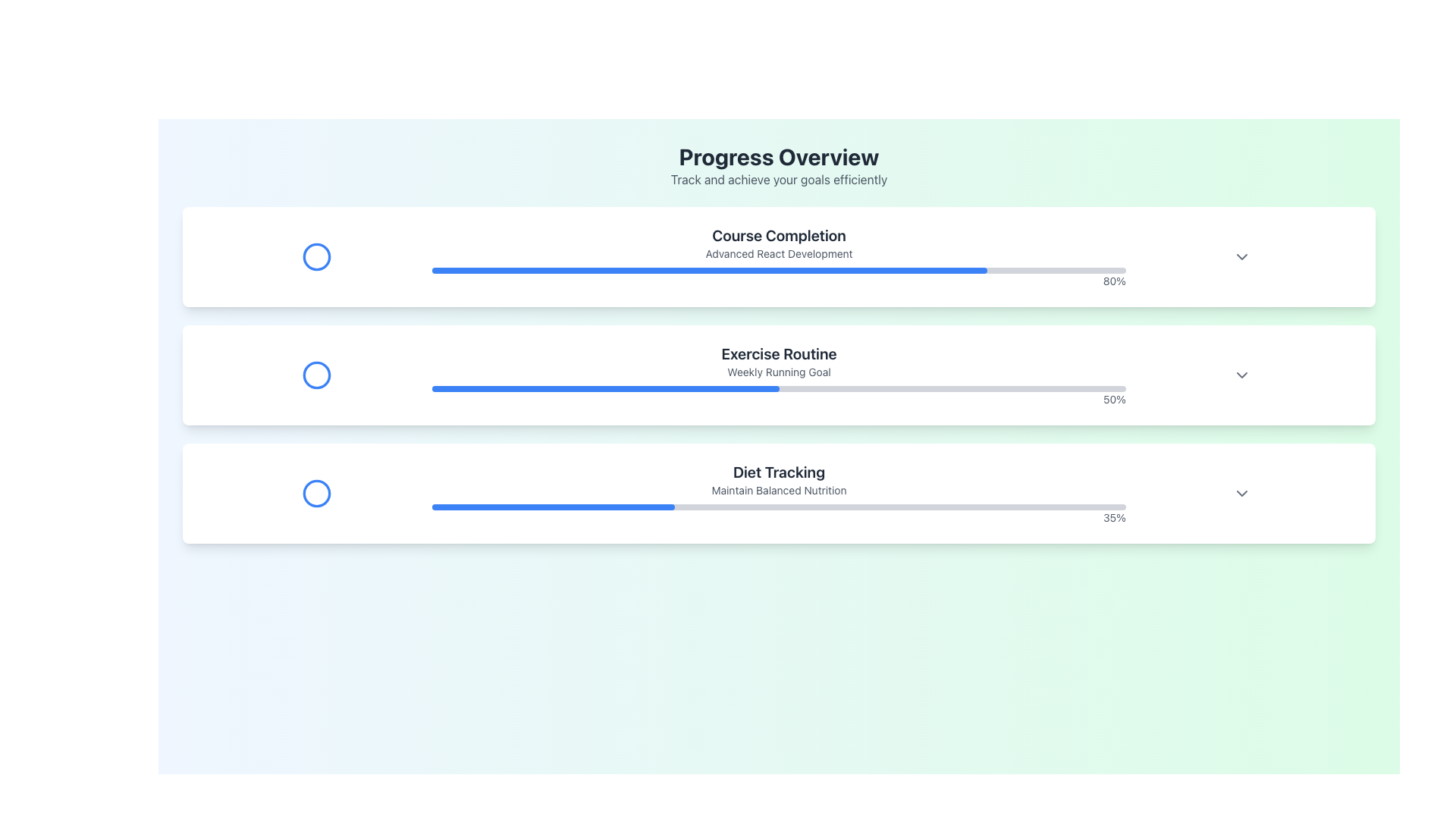 This screenshot has width=1456, height=819. Describe the element at coordinates (296, 256) in the screenshot. I see `the slider handle` at that location.